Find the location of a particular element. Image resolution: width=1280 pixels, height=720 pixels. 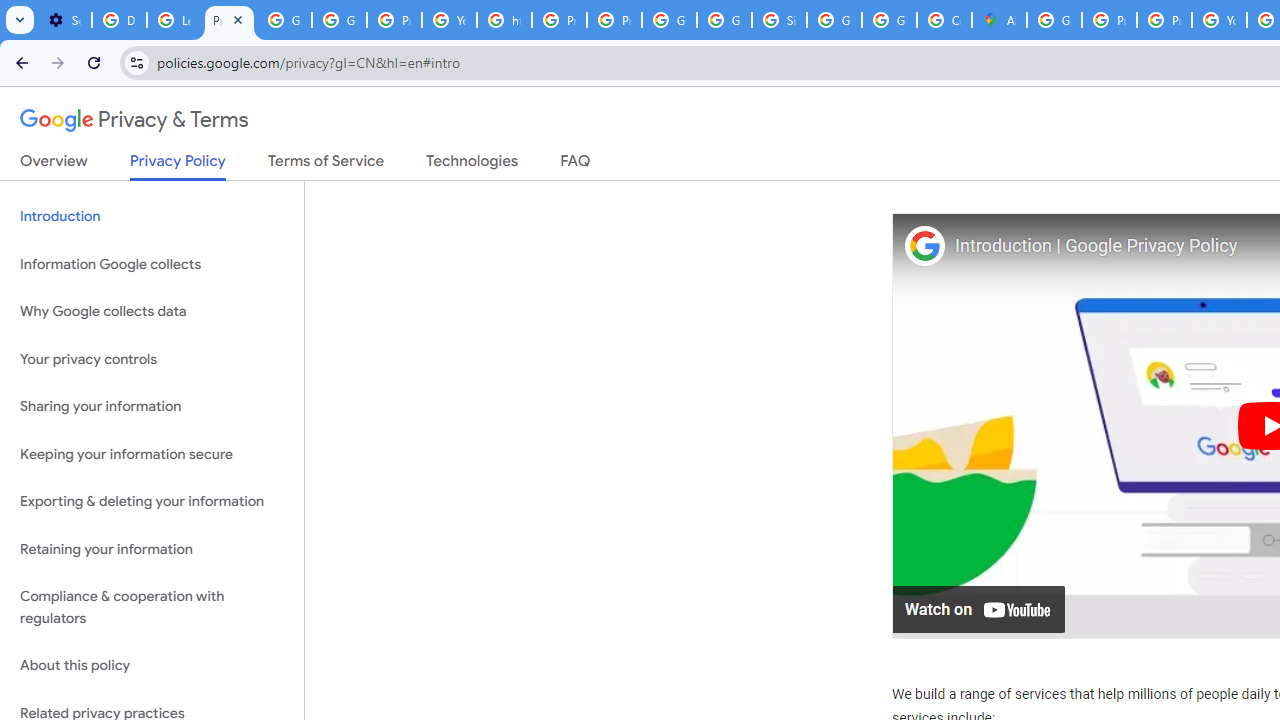

'Create your Google Account' is located at coordinates (943, 20).